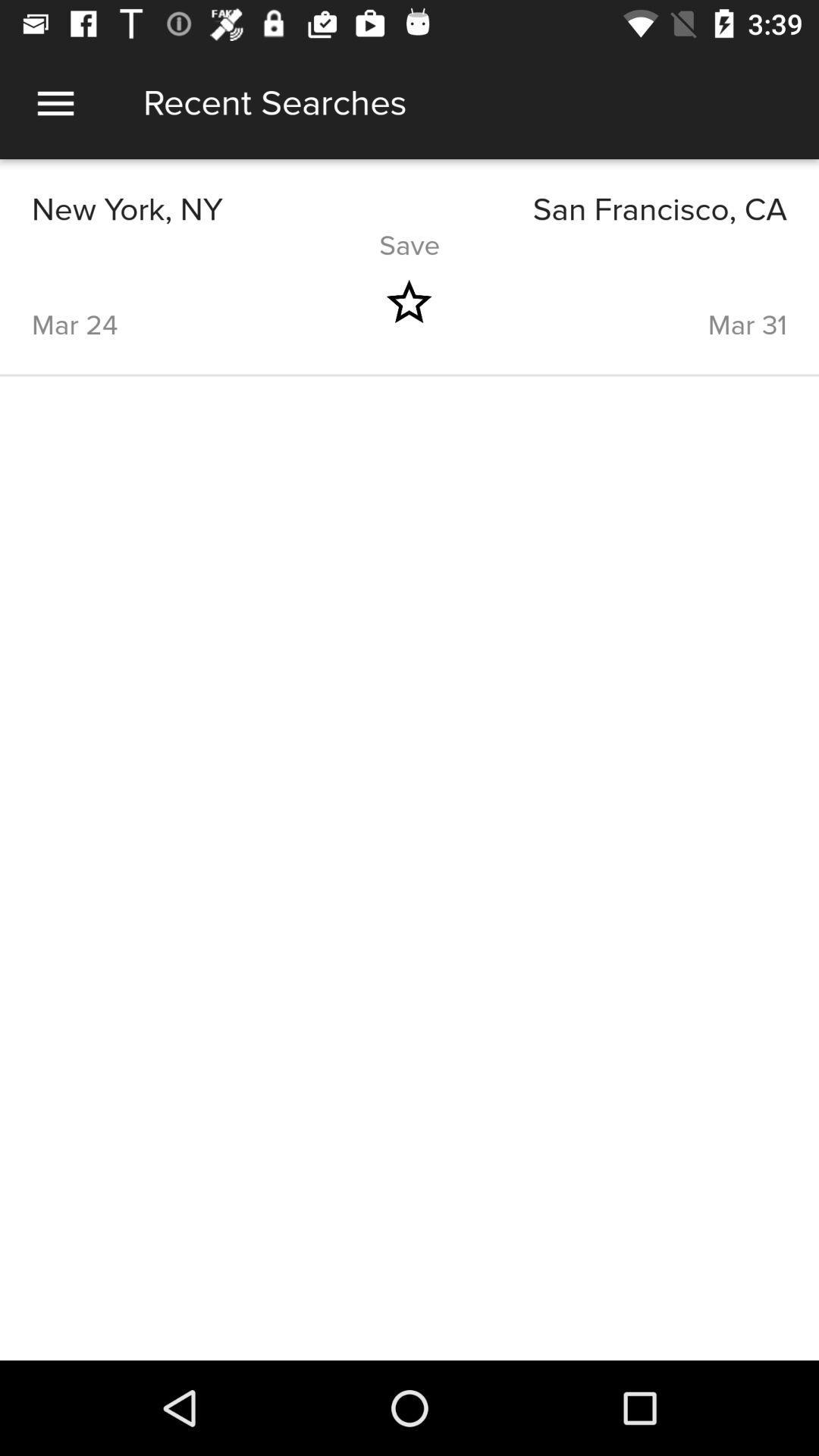 The height and width of the screenshot is (1456, 819). Describe the element at coordinates (408, 302) in the screenshot. I see `icon below save item` at that location.